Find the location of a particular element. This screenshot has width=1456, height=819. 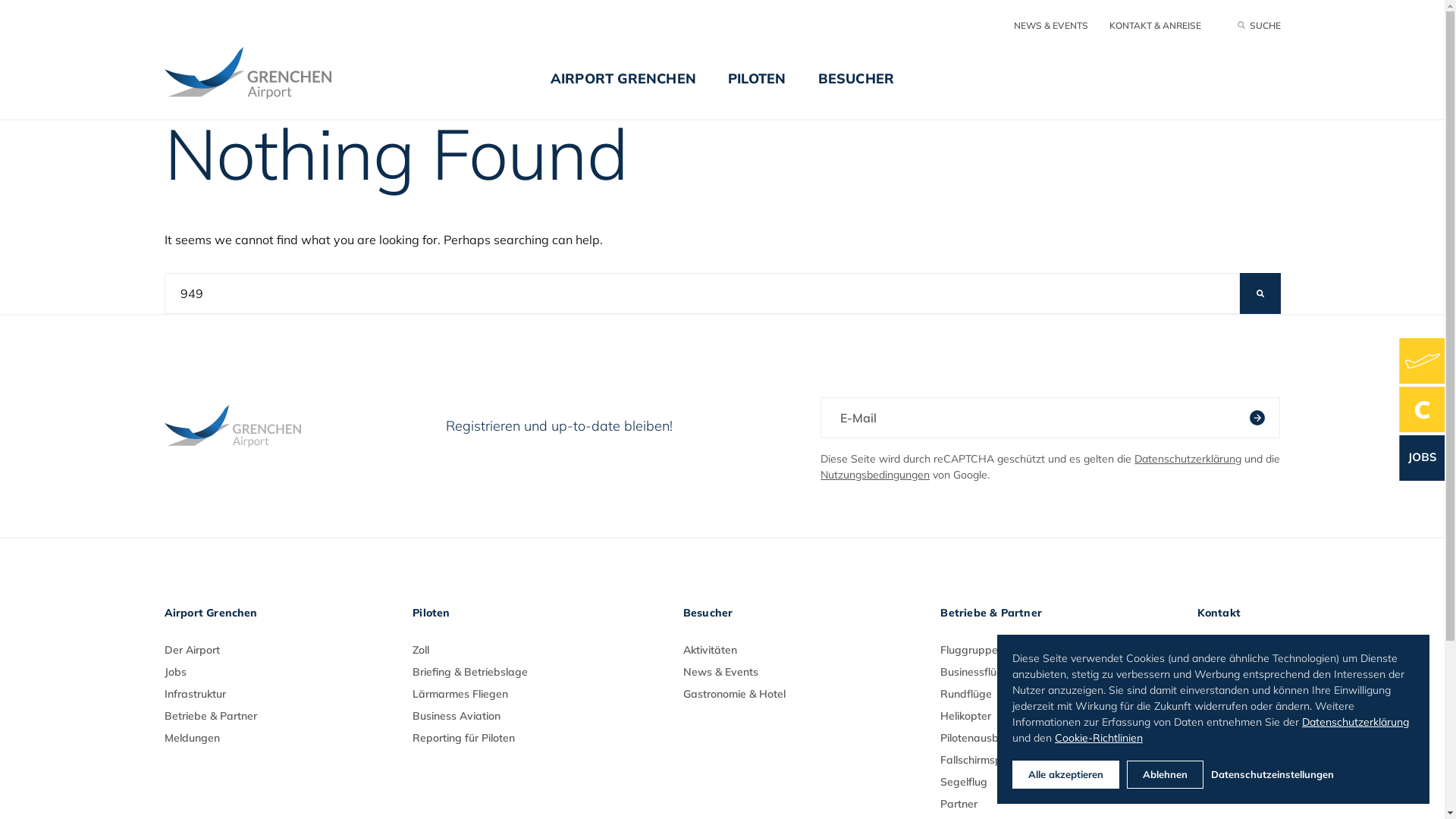

'KONTAKT & ANREISE' is located at coordinates (1153, 25).